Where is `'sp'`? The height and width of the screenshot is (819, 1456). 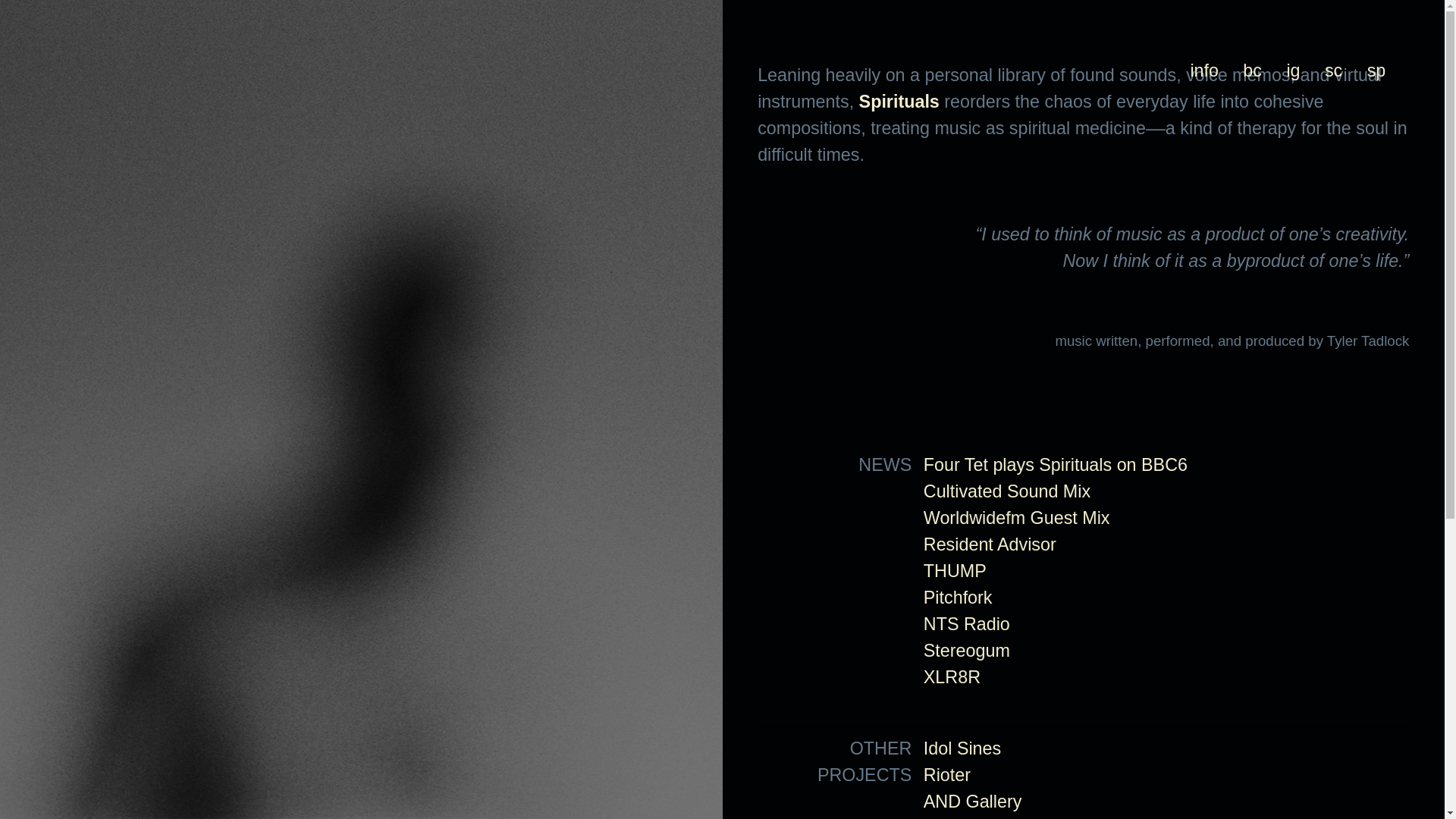
'sp' is located at coordinates (1376, 71).